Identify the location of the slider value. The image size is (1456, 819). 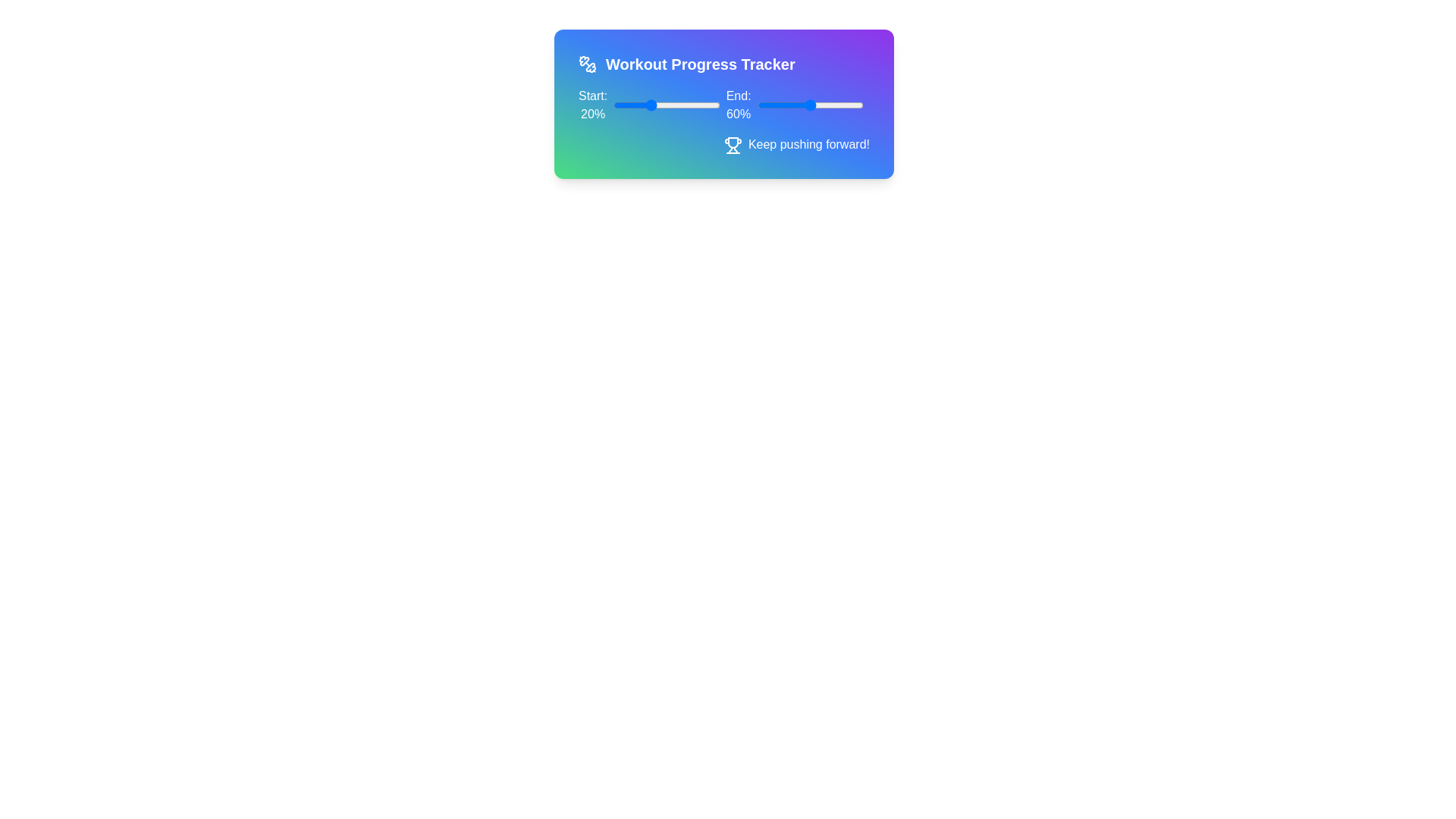
(631, 104).